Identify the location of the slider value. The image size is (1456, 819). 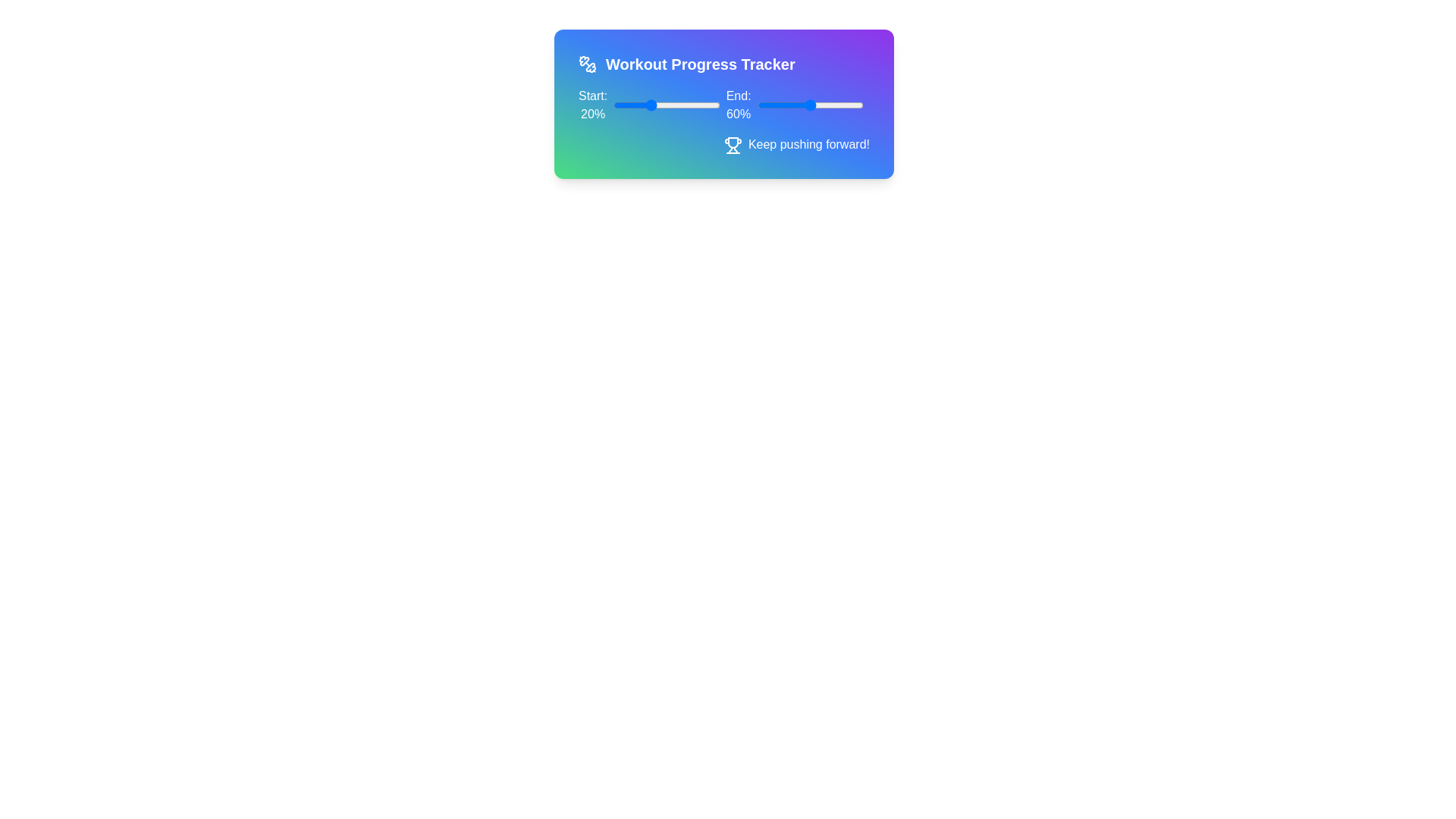
(631, 104).